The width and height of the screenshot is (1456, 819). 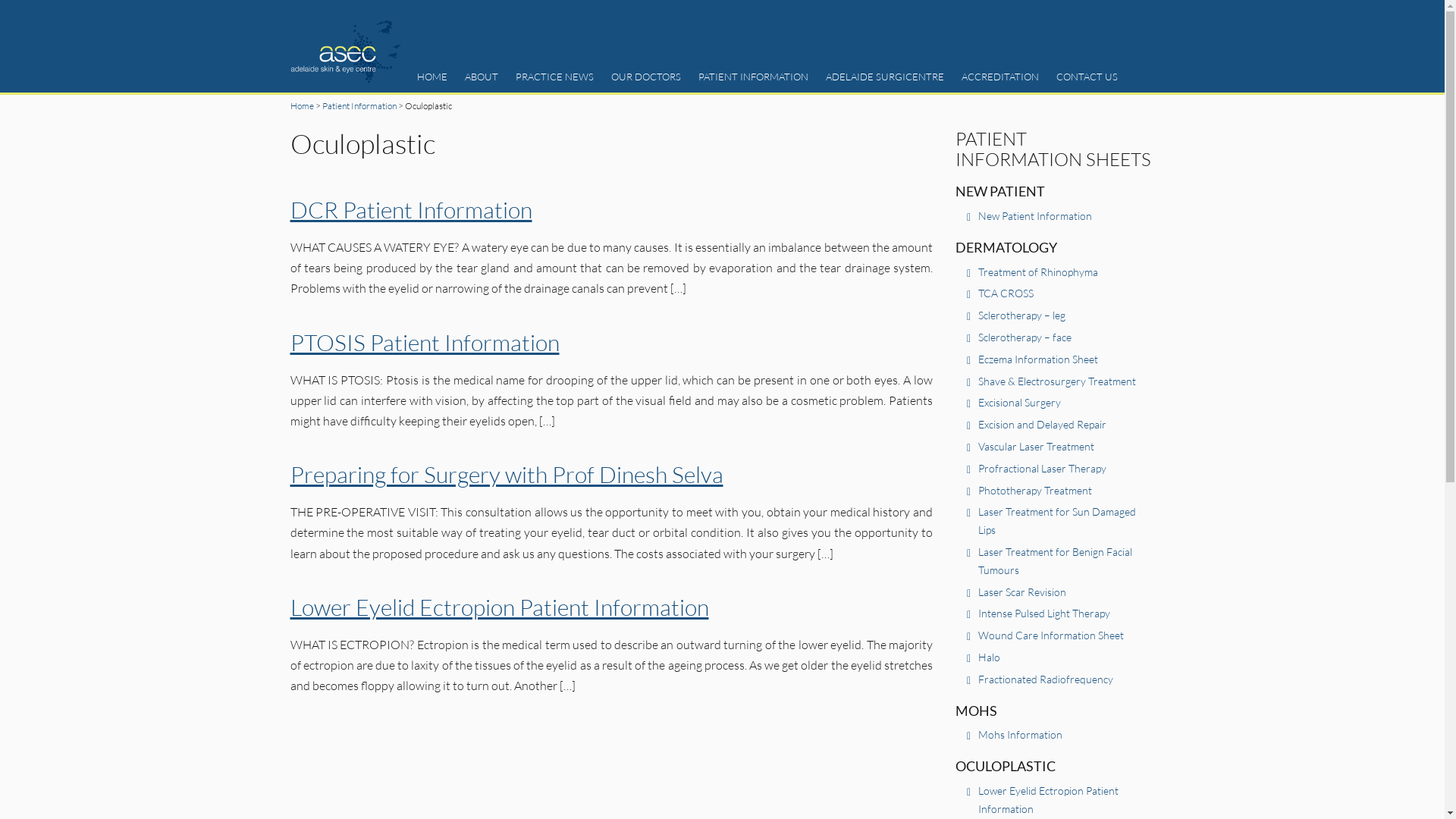 What do you see at coordinates (1006, 293) in the screenshot?
I see `'TCA CROSS'` at bounding box center [1006, 293].